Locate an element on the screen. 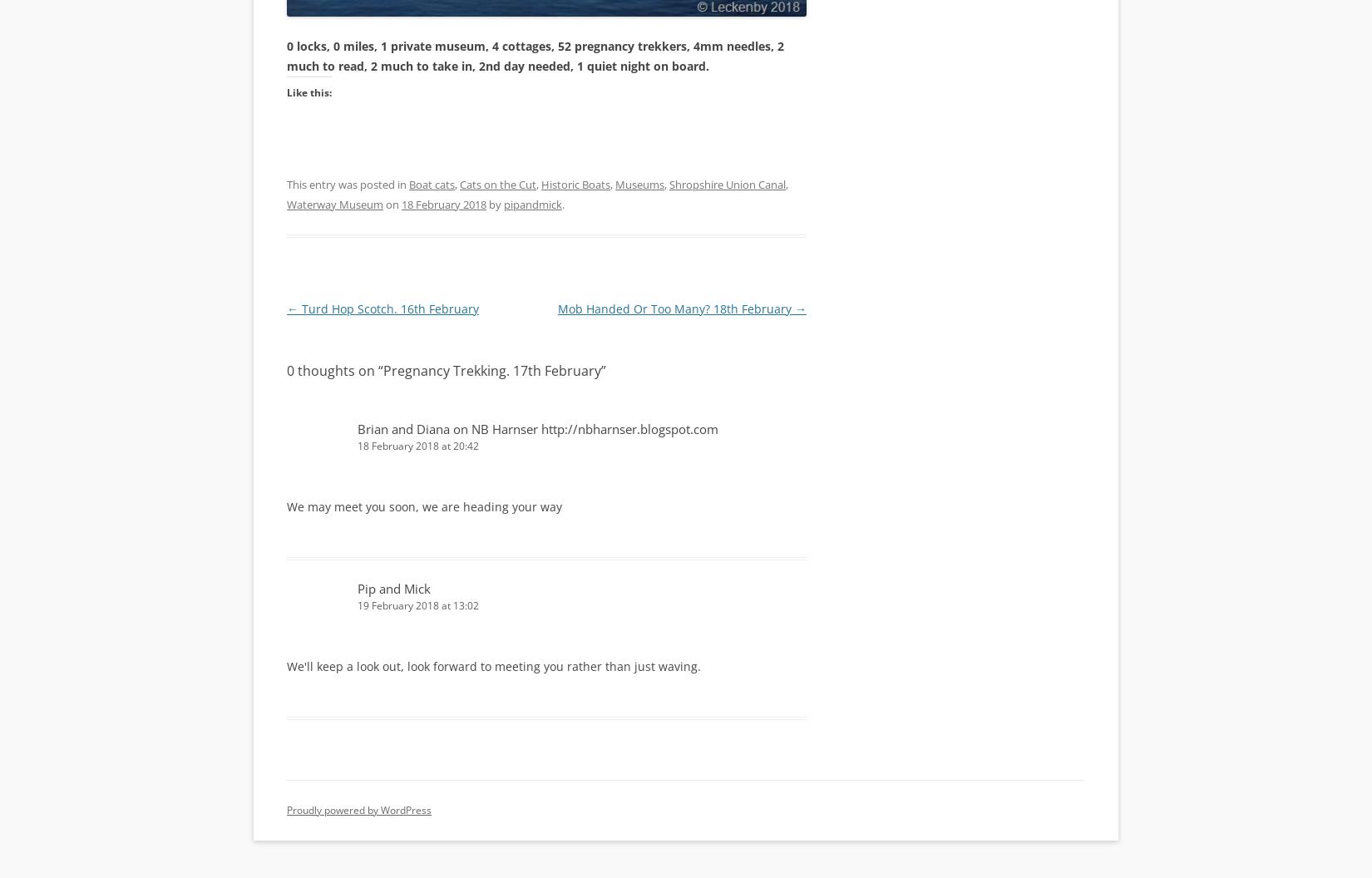 The width and height of the screenshot is (1372, 878). 'on' is located at coordinates (392, 202).